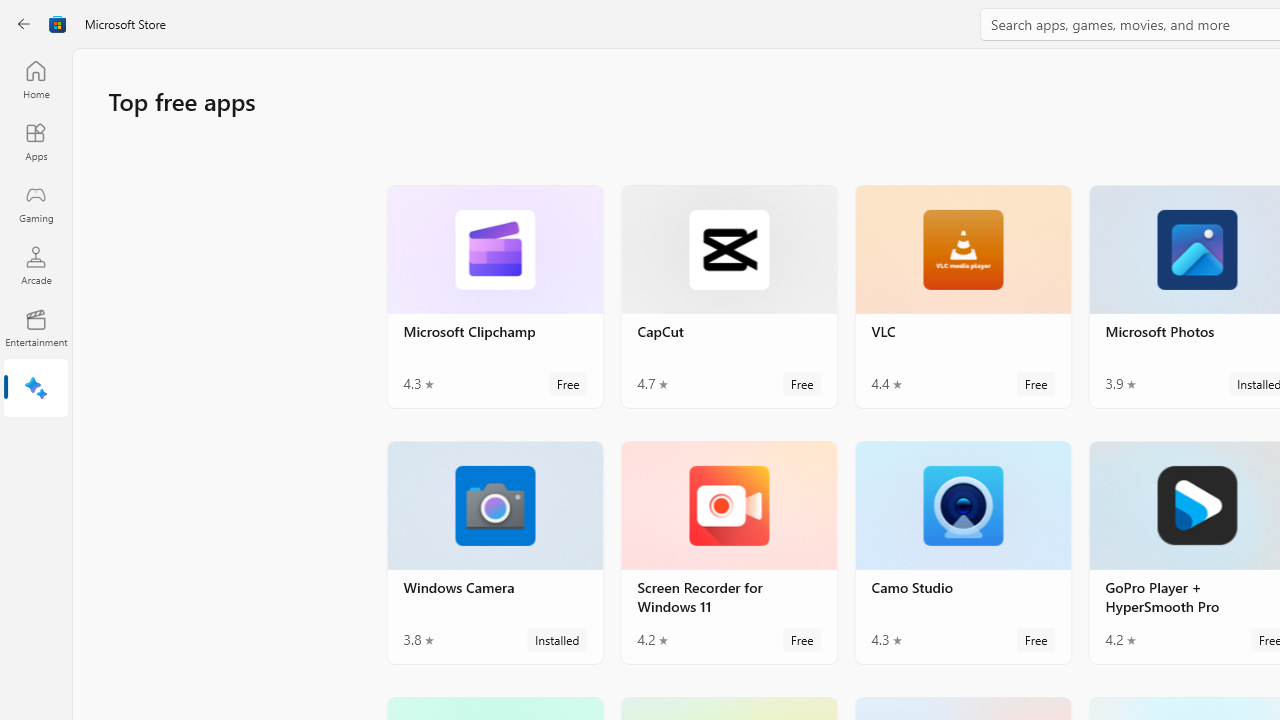 This screenshot has width=1280, height=720. What do you see at coordinates (963, 296) in the screenshot?
I see `'VLC. Average rating of 4.4 out of five stars. Free  '` at bounding box center [963, 296].